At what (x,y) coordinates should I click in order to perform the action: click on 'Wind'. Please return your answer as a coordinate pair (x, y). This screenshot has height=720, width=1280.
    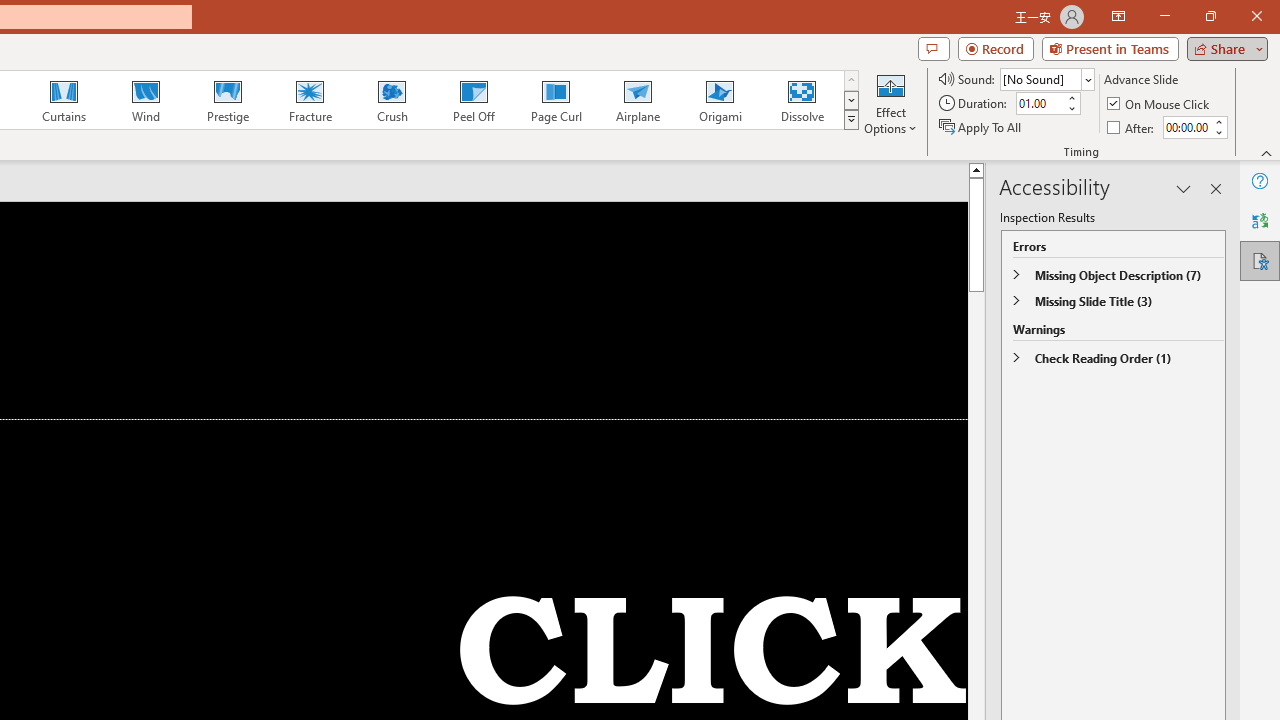
    Looking at the image, I should click on (144, 100).